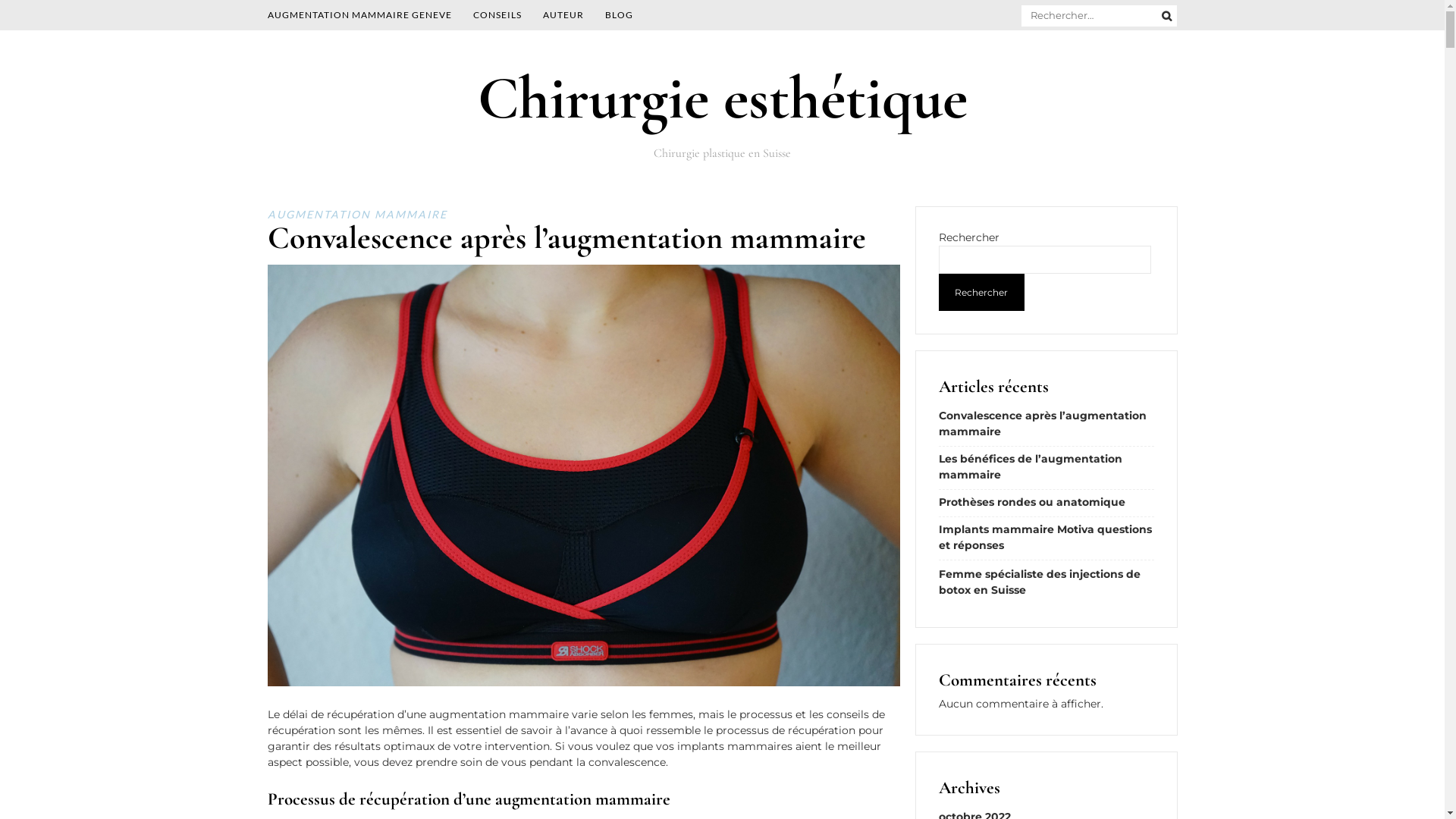  I want to click on 'Skip to content', so click(0, 52).